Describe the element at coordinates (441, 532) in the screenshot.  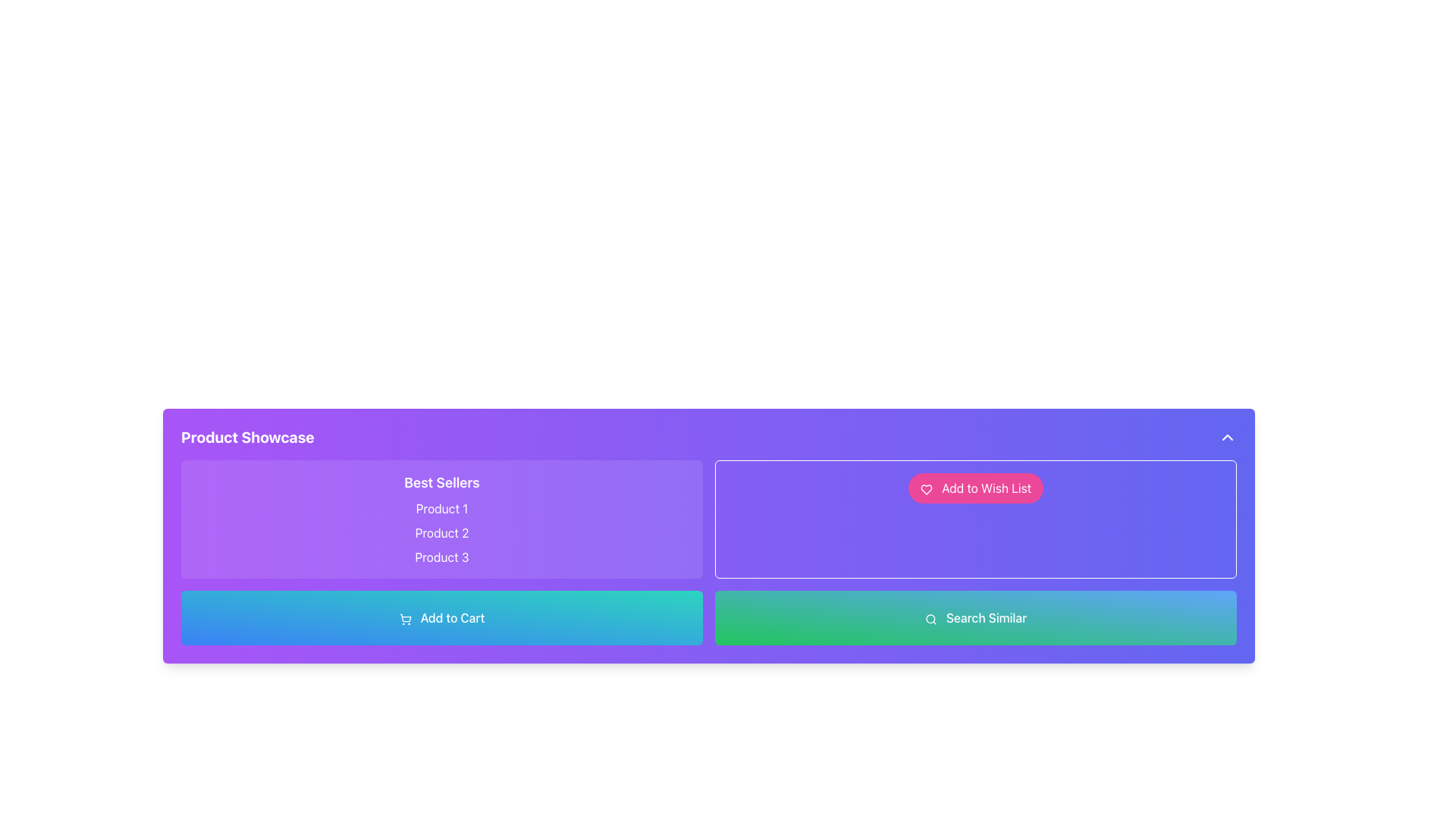
I see `the second text label 'Product 2' in the 'Best Sellers' list located in the purple 'Product Showcase' section` at that location.